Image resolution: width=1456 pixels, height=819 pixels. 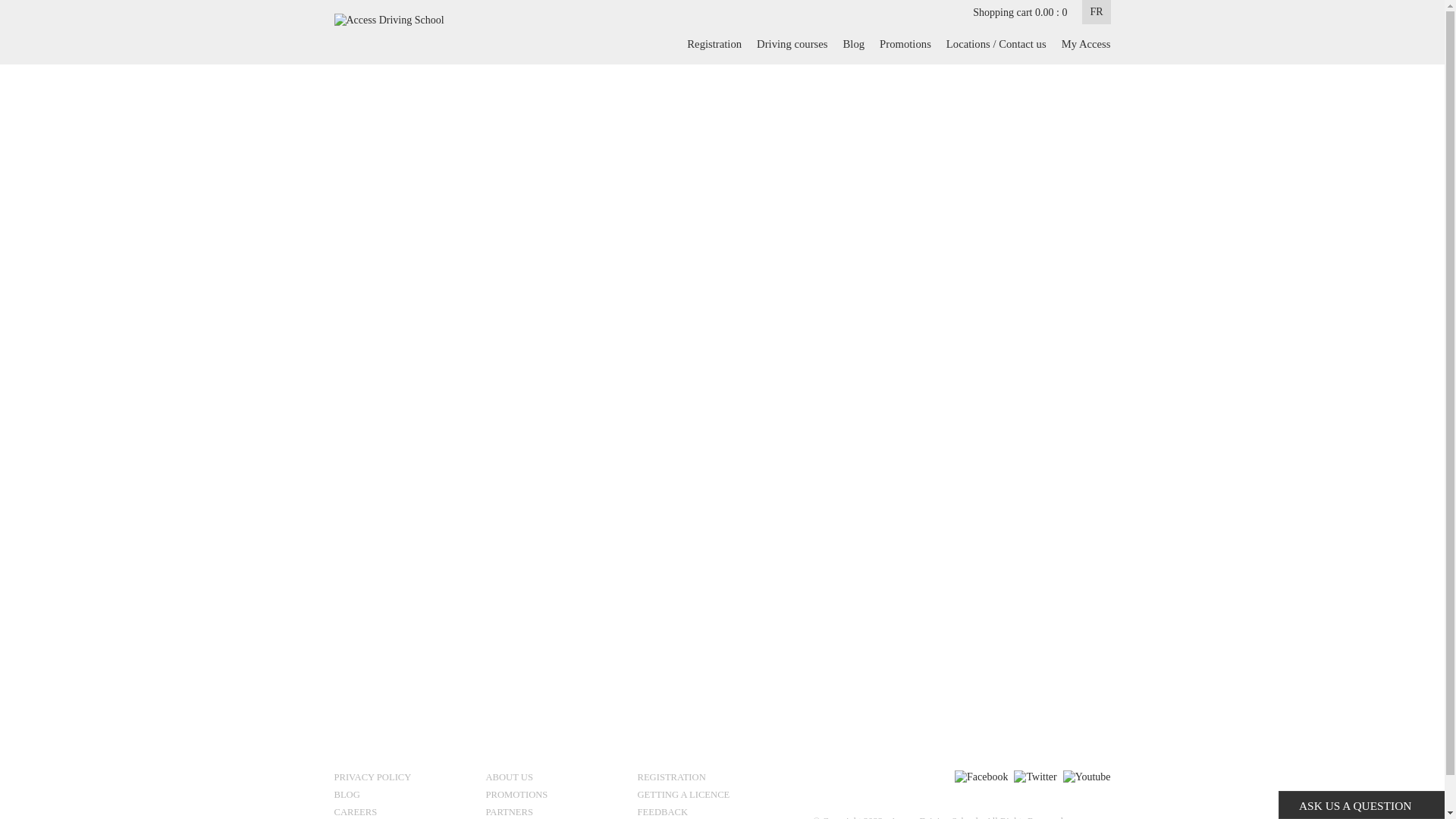 What do you see at coordinates (403, 779) in the screenshot?
I see `'PRIVACY POLICY'` at bounding box center [403, 779].